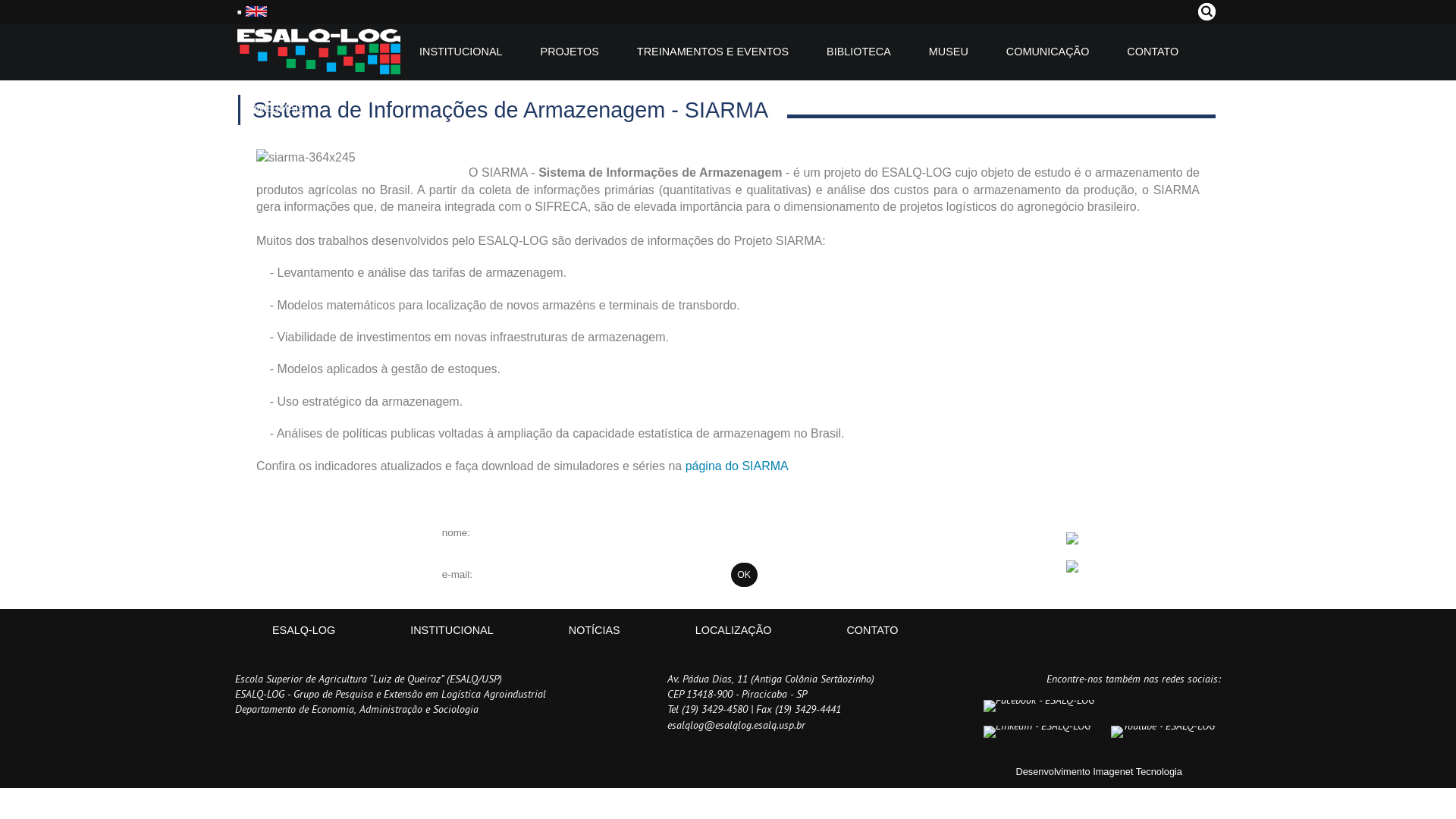  Describe the element at coordinates (858, 51) in the screenshot. I see `'BIBLIOTECA'` at that location.